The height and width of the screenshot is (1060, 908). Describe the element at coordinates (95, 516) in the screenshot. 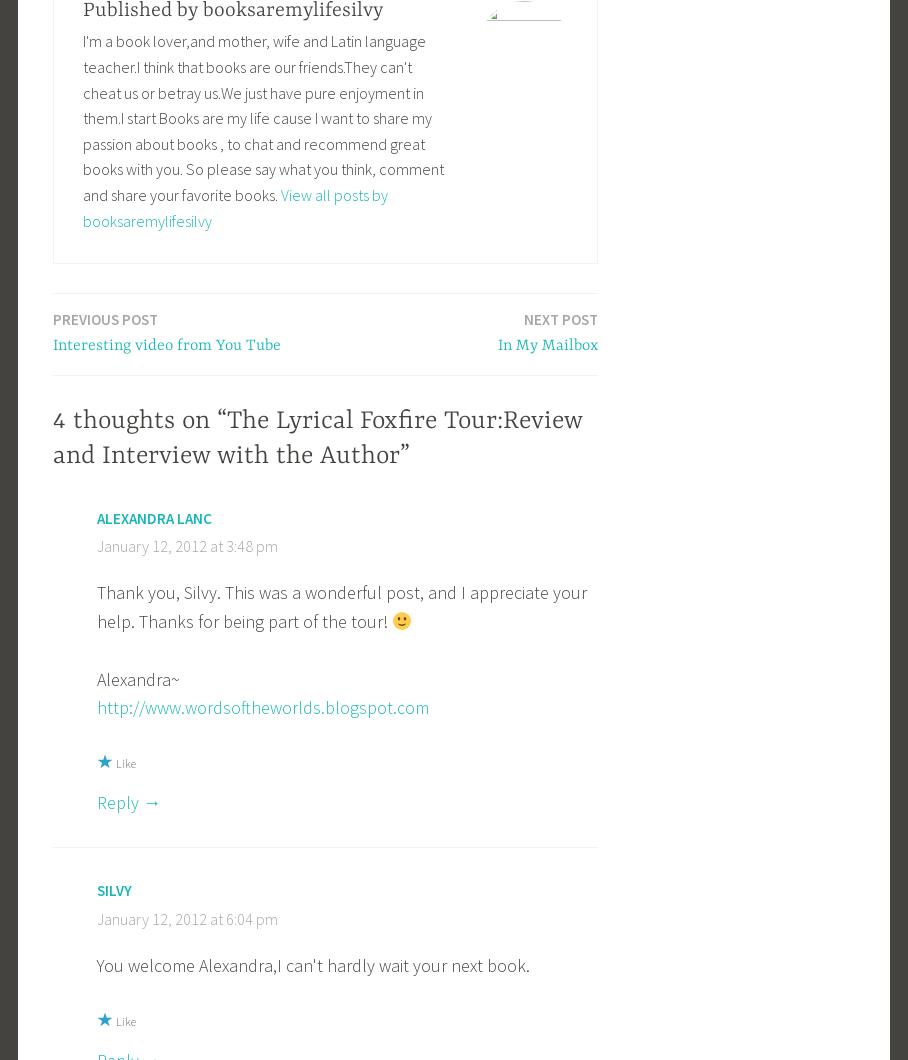

I see `'Alexandra Lanc'` at that location.